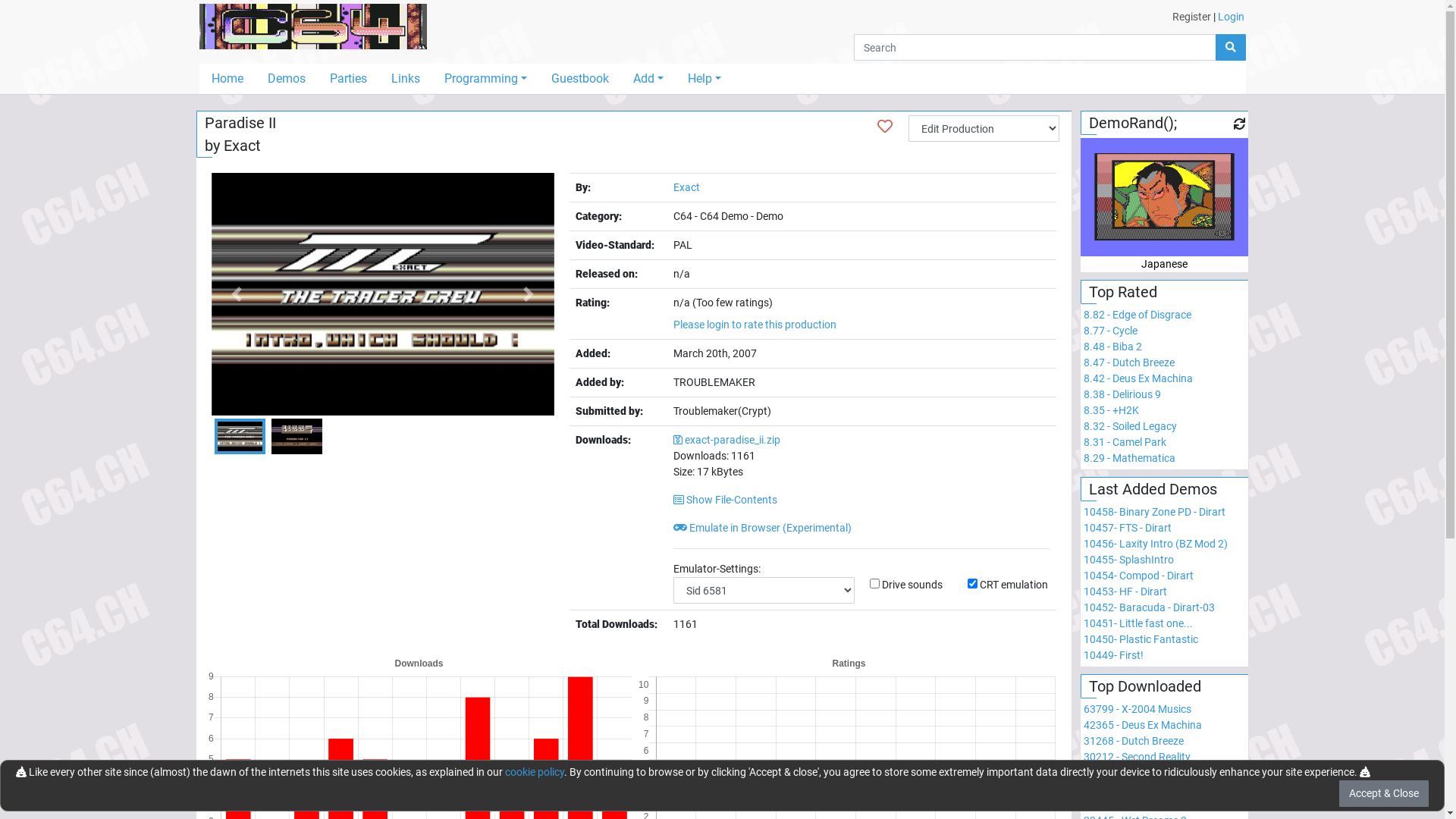  Describe the element at coordinates (1083, 362) in the screenshot. I see `'8.47 - Dutch Breeze'` at that location.